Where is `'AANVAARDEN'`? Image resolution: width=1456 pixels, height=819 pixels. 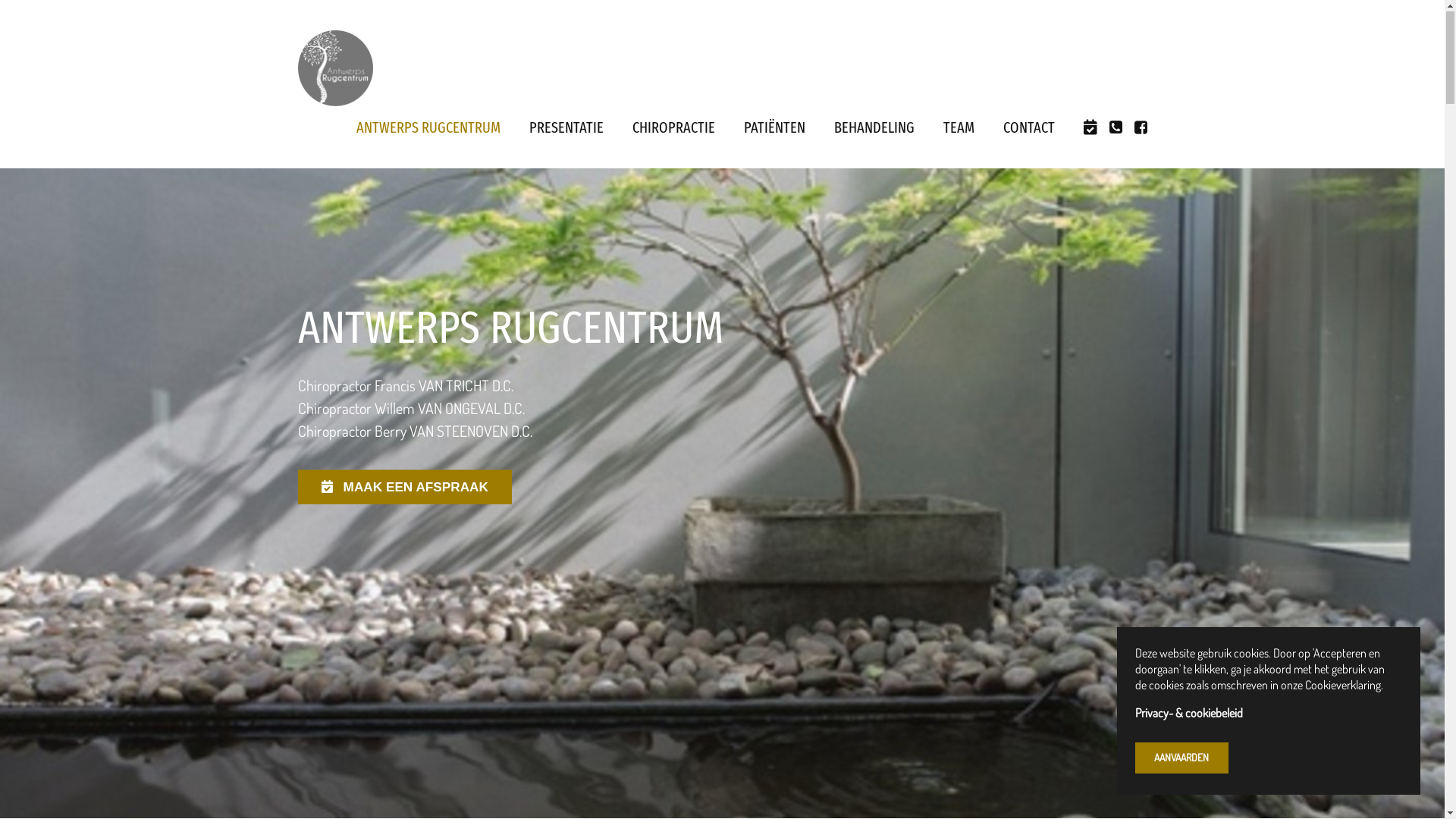 'AANVAARDEN' is located at coordinates (1135, 758).